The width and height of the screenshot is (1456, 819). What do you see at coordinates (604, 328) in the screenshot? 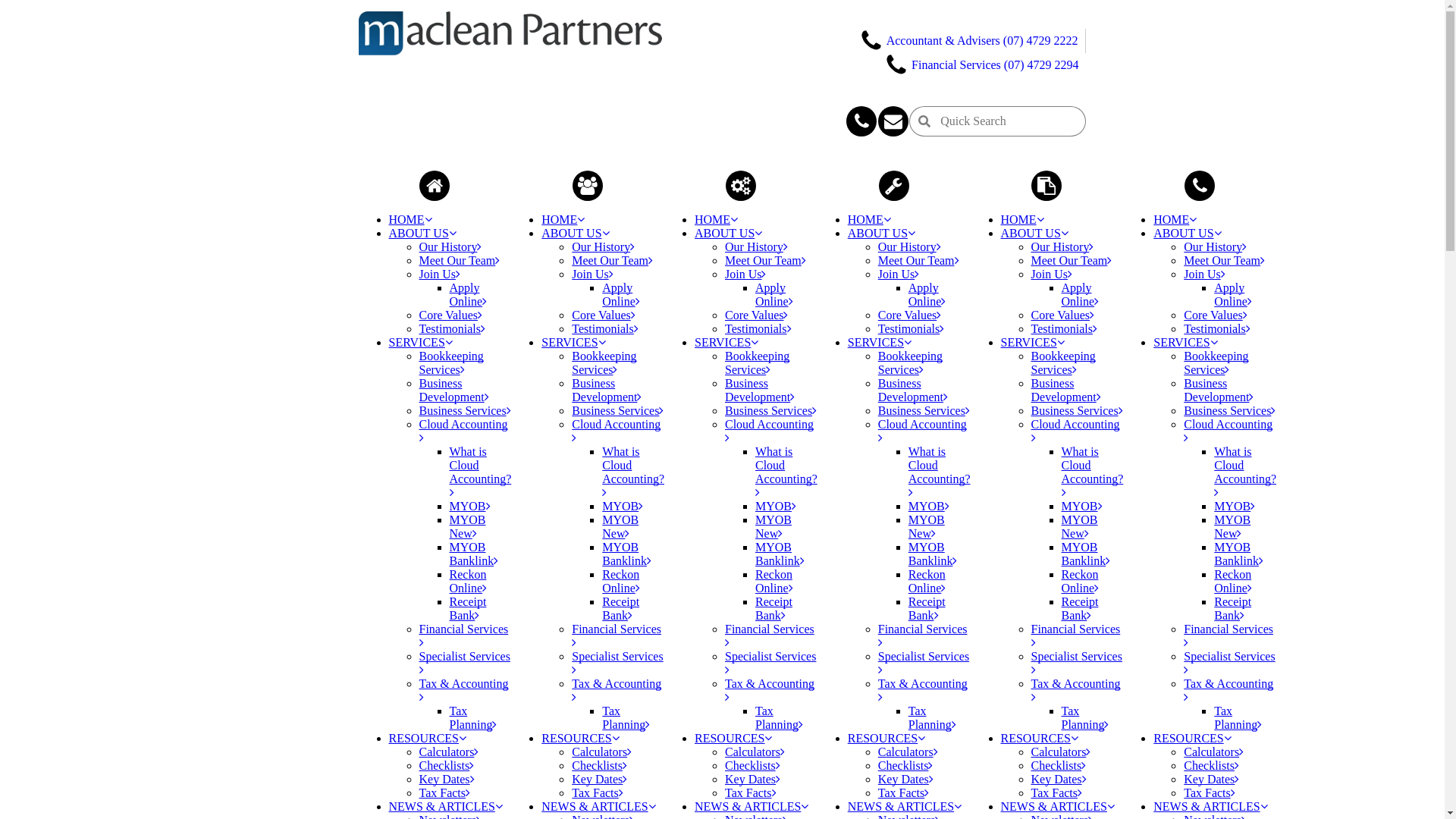
I see `'Testimonials'` at bounding box center [604, 328].